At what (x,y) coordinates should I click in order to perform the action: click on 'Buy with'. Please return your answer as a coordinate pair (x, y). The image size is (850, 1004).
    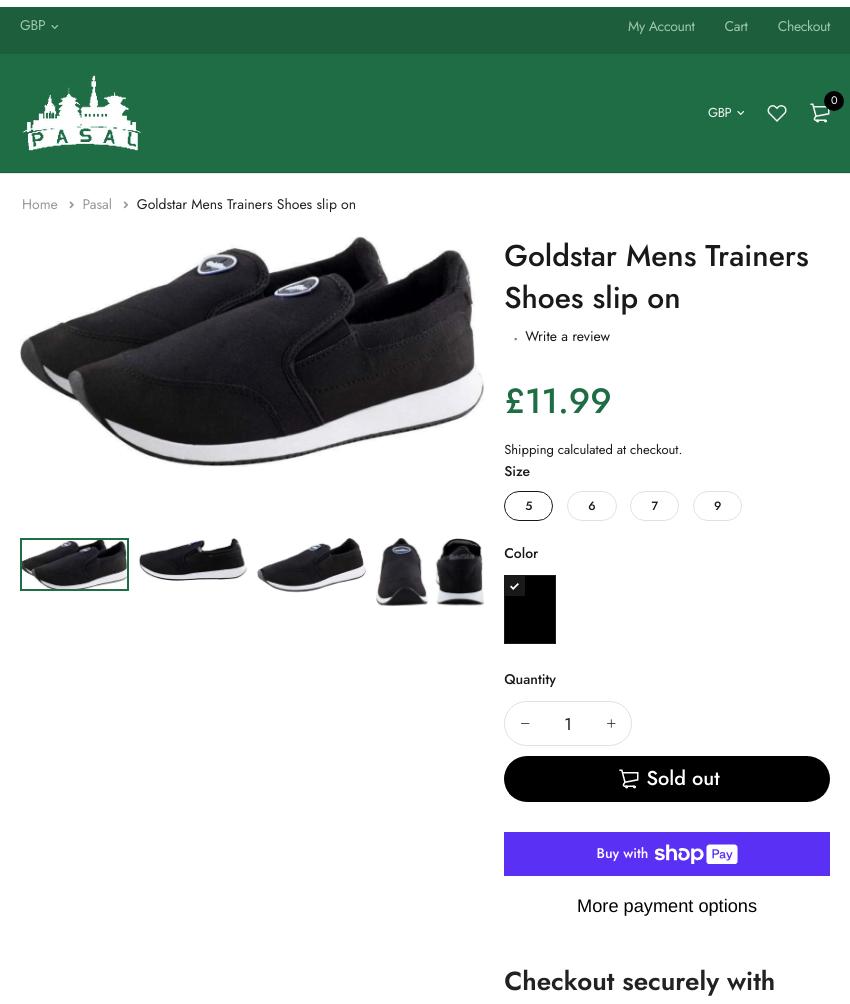
    Looking at the image, I should click on (622, 854).